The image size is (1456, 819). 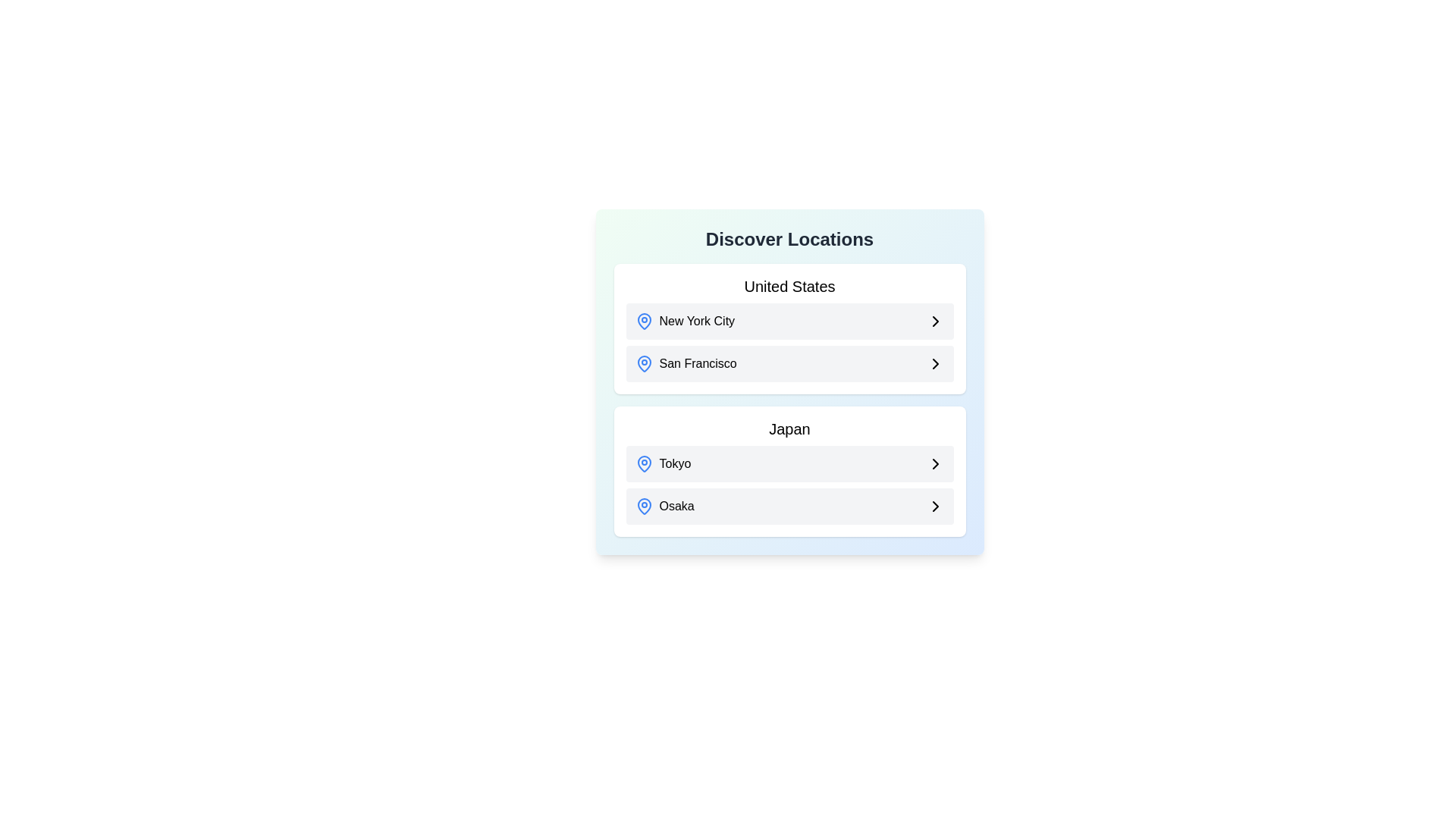 What do you see at coordinates (697, 363) in the screenshot?
I see `the 'San Francisco' text label` at bounding box center [697, 363].